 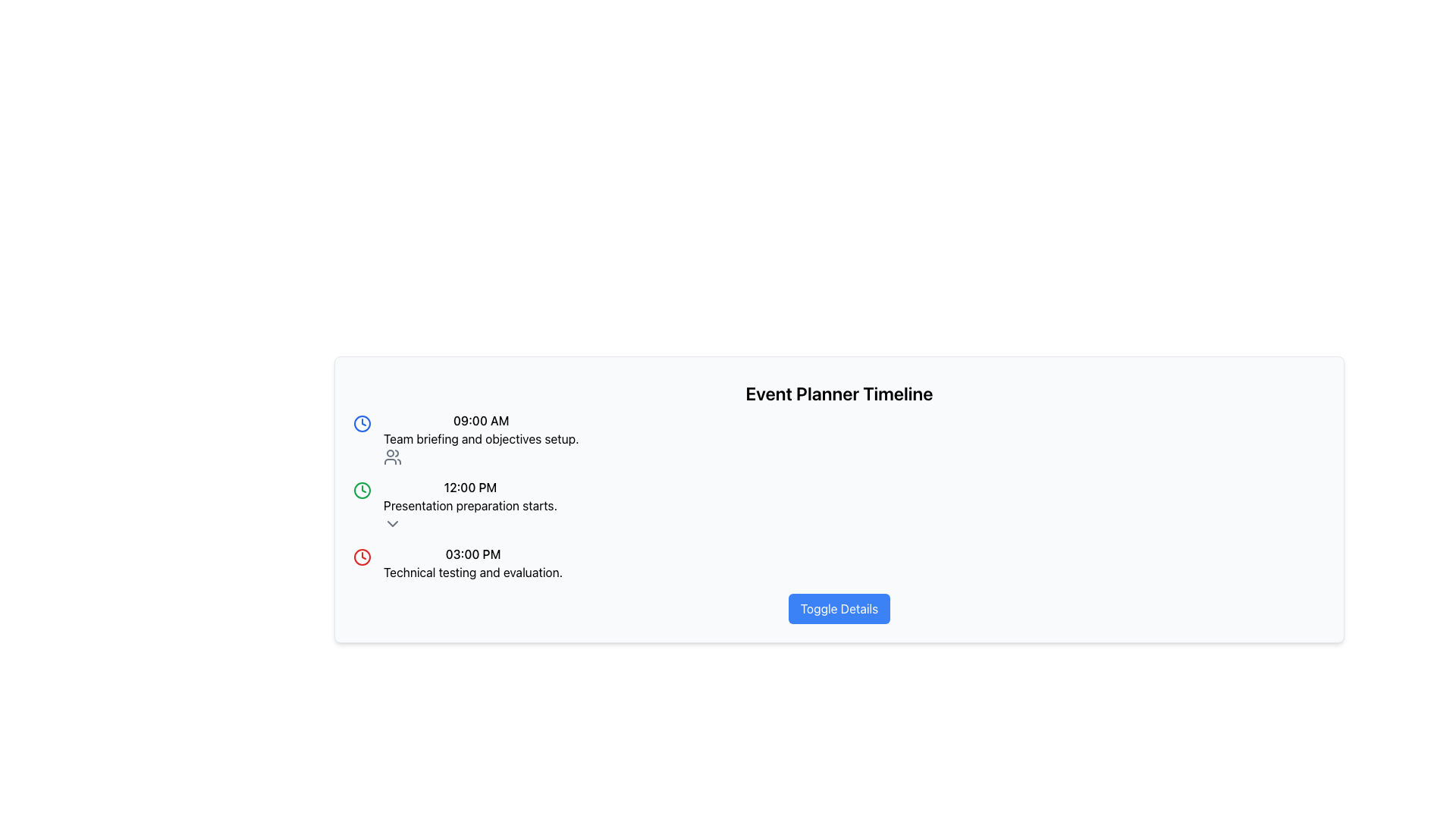 What do you see at coordinates (472, 554) in the screenshot?
I see `the static textual label displaying the starting time '03:00 PM' for the event 'Technical testing and evaluation' located in the lower section of the timeline layout, specifically the third entry` at bounding box center [472, 554].